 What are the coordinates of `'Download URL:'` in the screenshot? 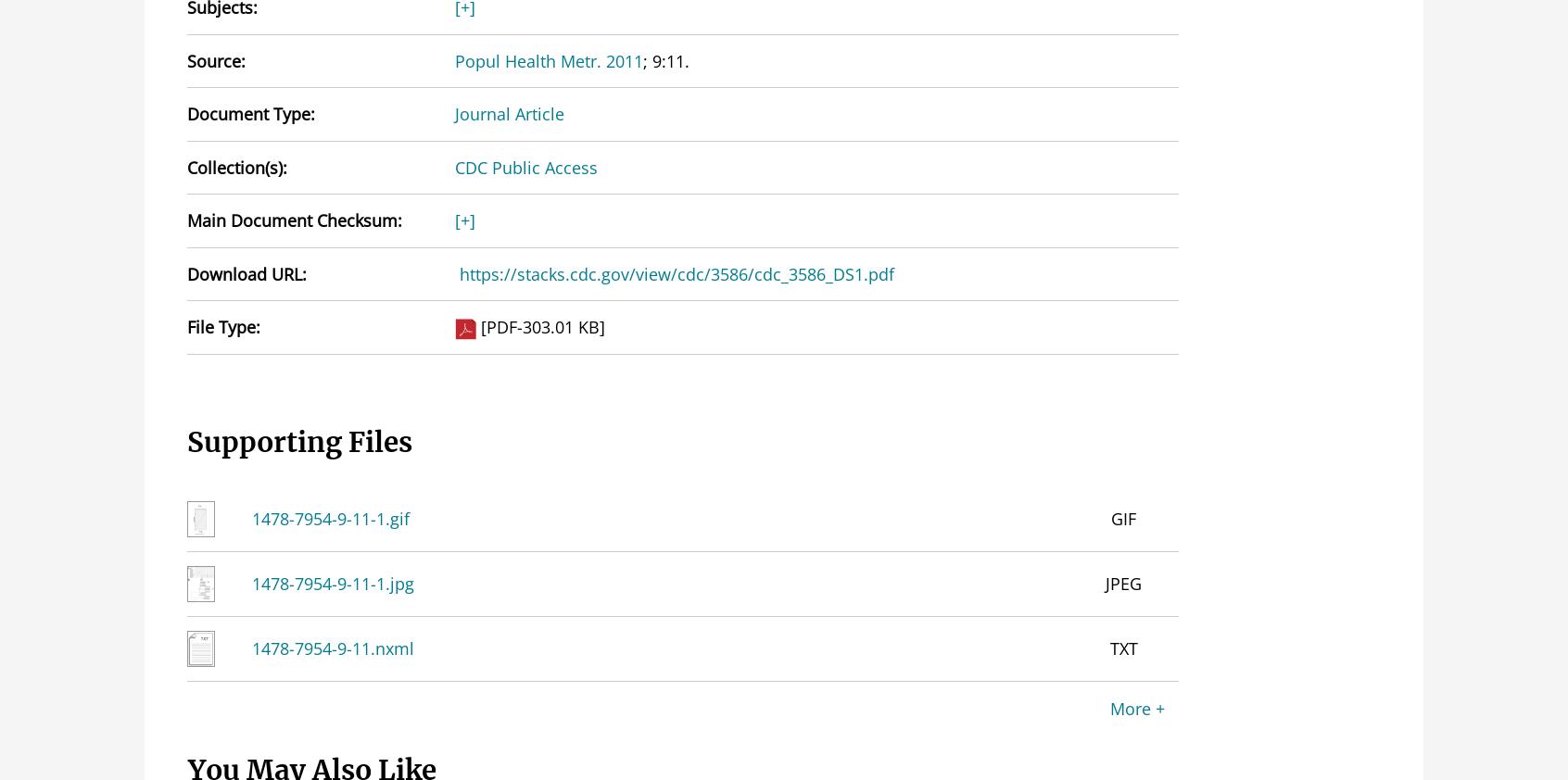 It's located at (186, 273).